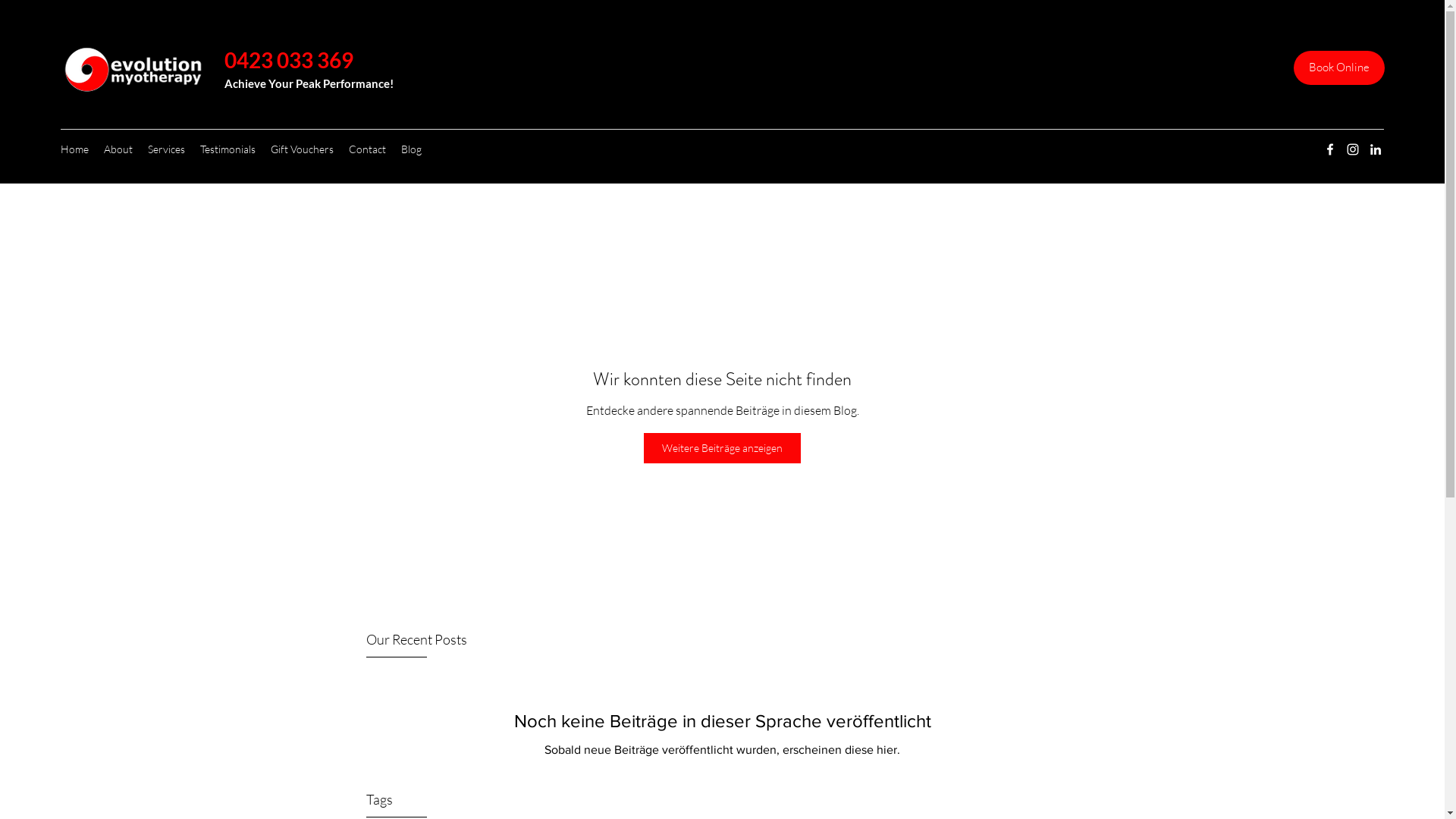  I want to click on 'About', so click(95, 149).